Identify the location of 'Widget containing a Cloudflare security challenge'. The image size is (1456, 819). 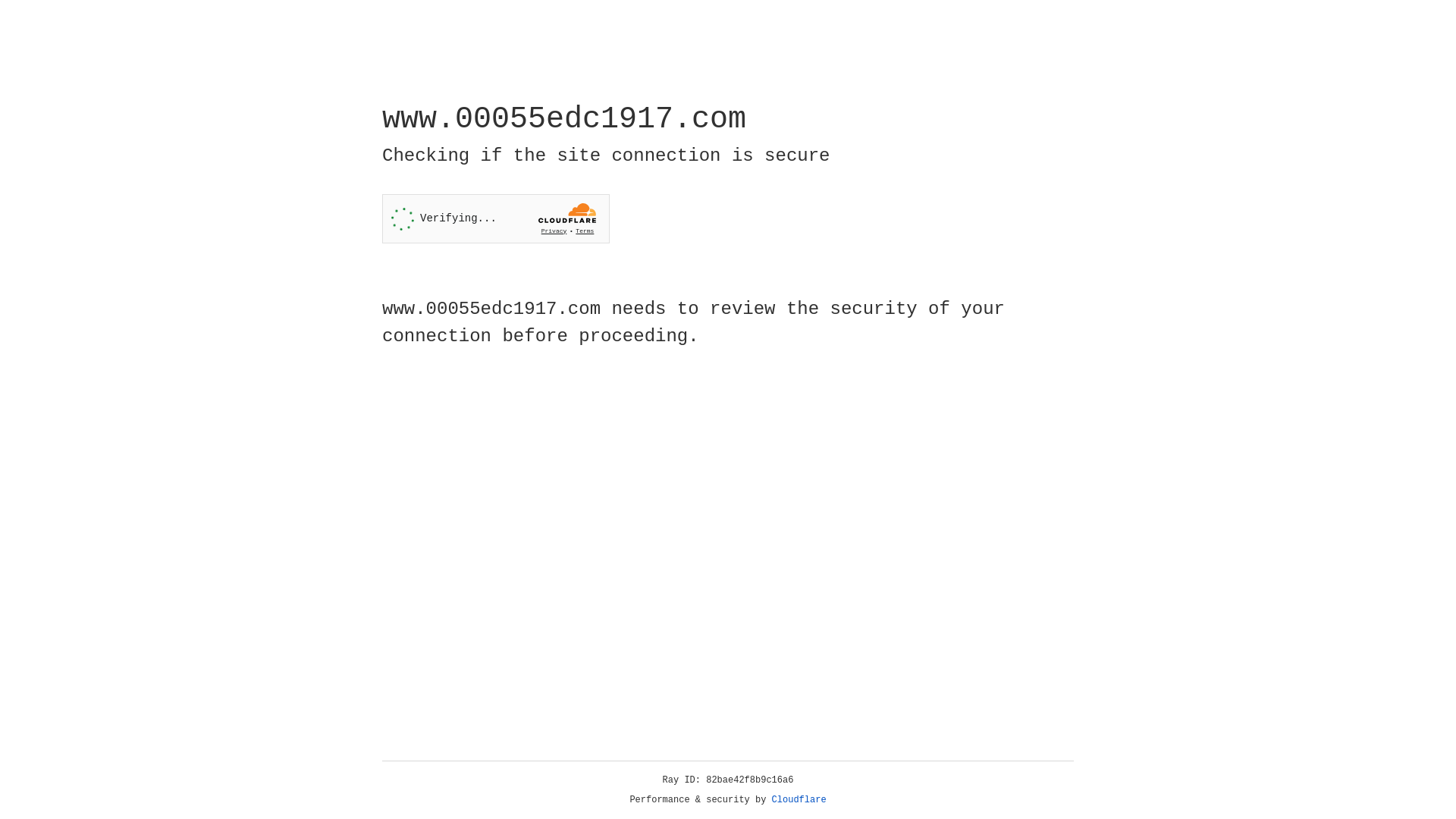
(495, 218).